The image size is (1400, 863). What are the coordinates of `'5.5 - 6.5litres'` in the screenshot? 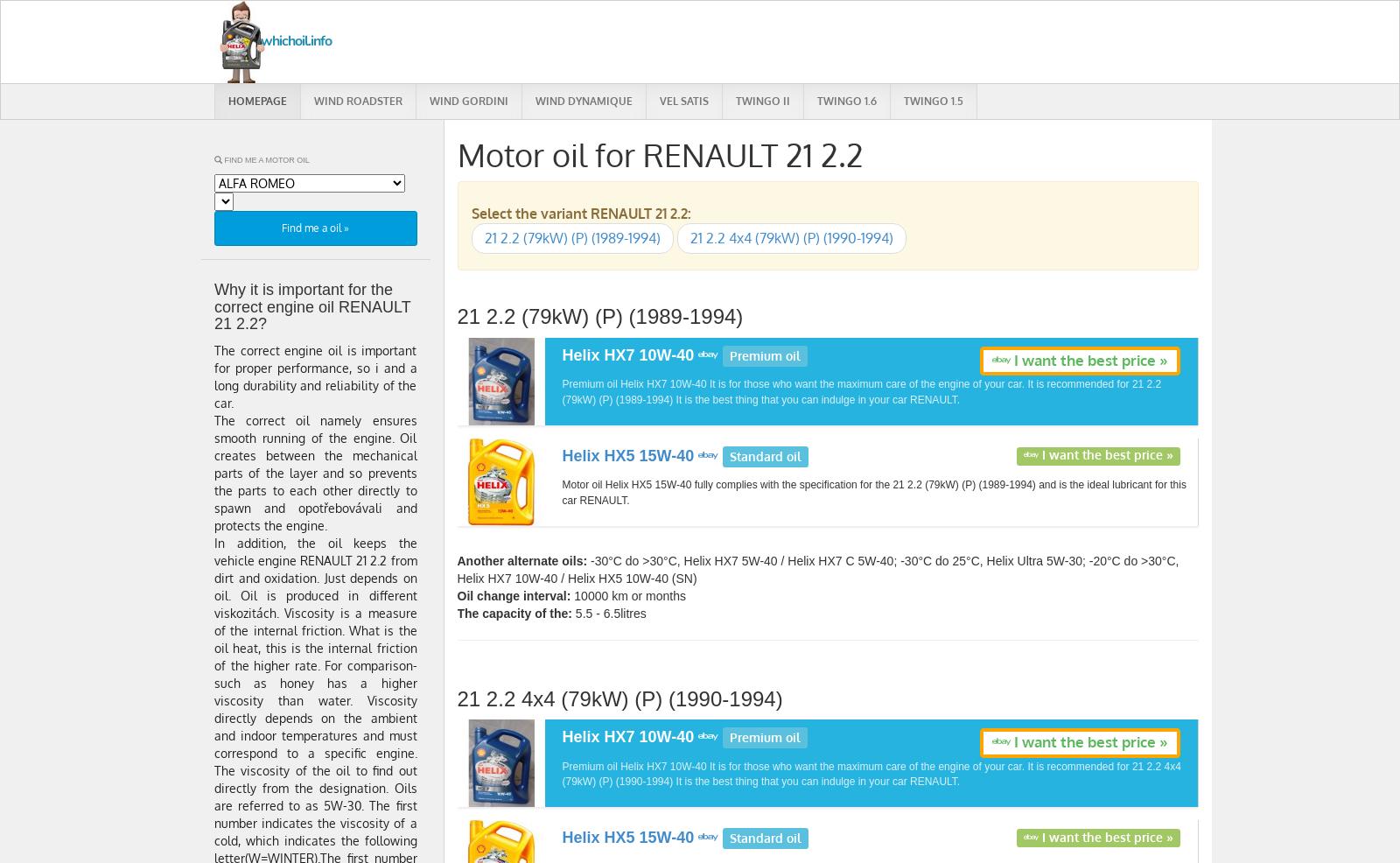 It's located at (608, 611).